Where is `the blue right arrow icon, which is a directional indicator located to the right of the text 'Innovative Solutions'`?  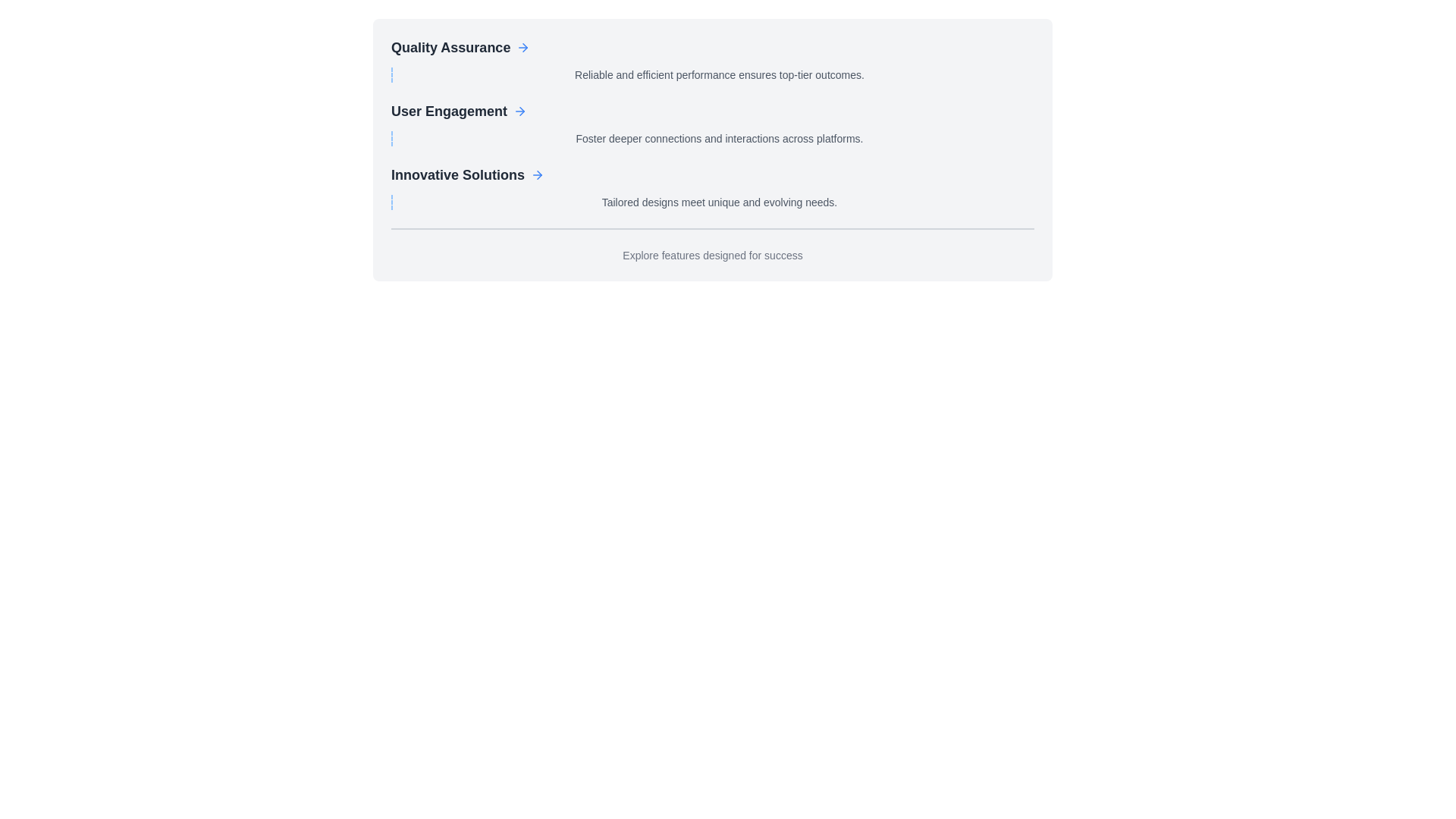
the blue right arrow icon, which is a directional indicator located to the right of the text 'Innovative Solutions' is located at coordinates (538, 174).